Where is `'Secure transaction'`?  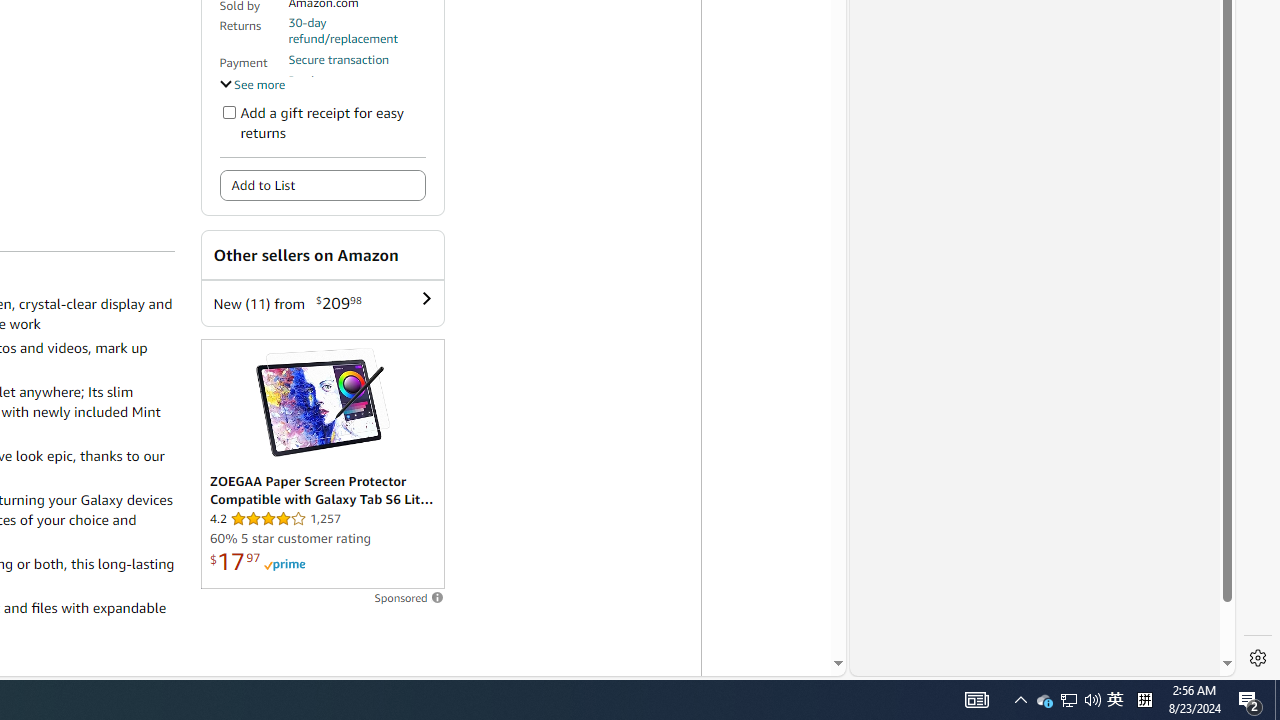
'Secure transaction' is located at coordinates (339, 58).